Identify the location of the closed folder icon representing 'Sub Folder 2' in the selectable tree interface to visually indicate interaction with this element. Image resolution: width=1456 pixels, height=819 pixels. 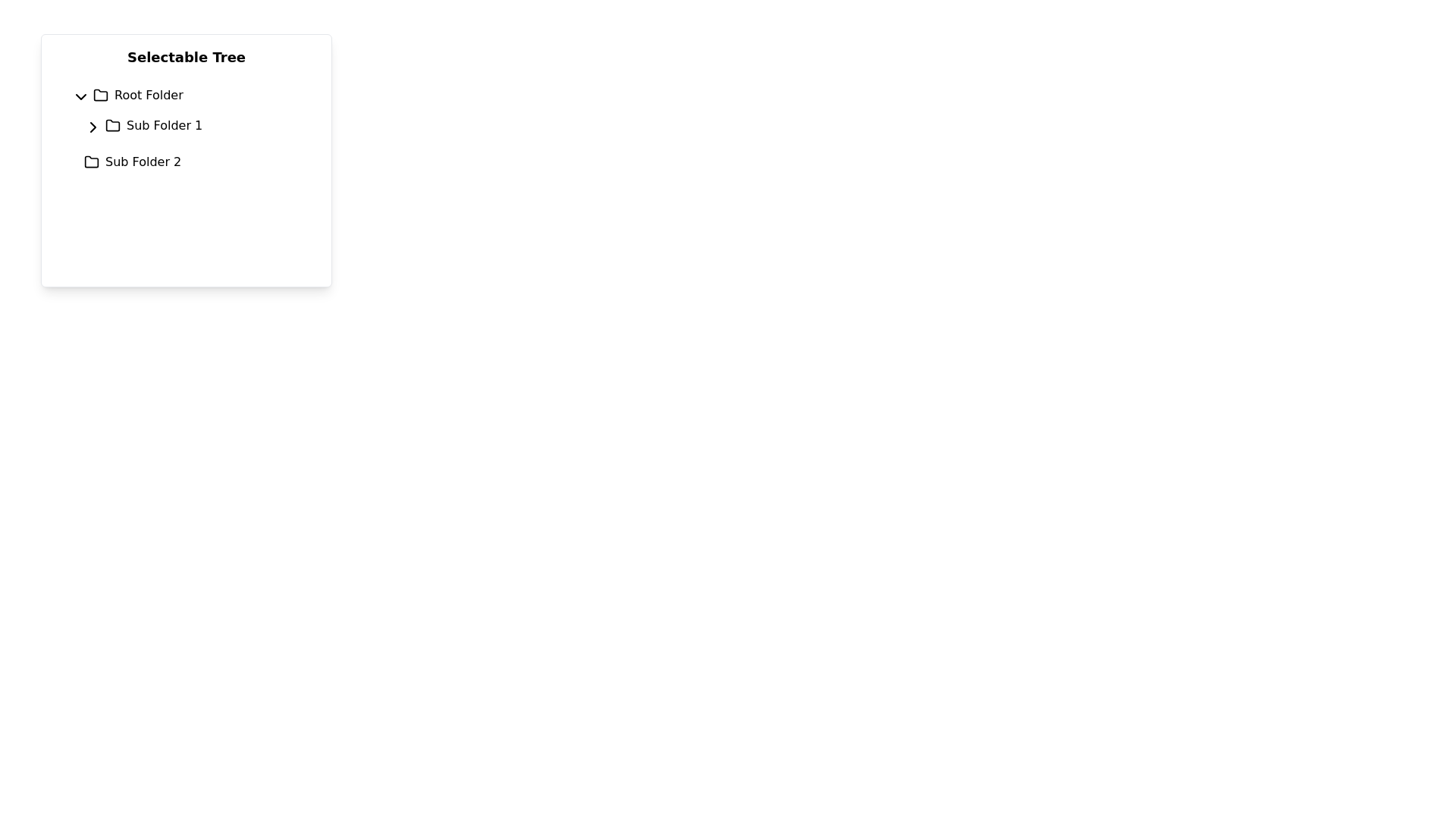
(90, 162).